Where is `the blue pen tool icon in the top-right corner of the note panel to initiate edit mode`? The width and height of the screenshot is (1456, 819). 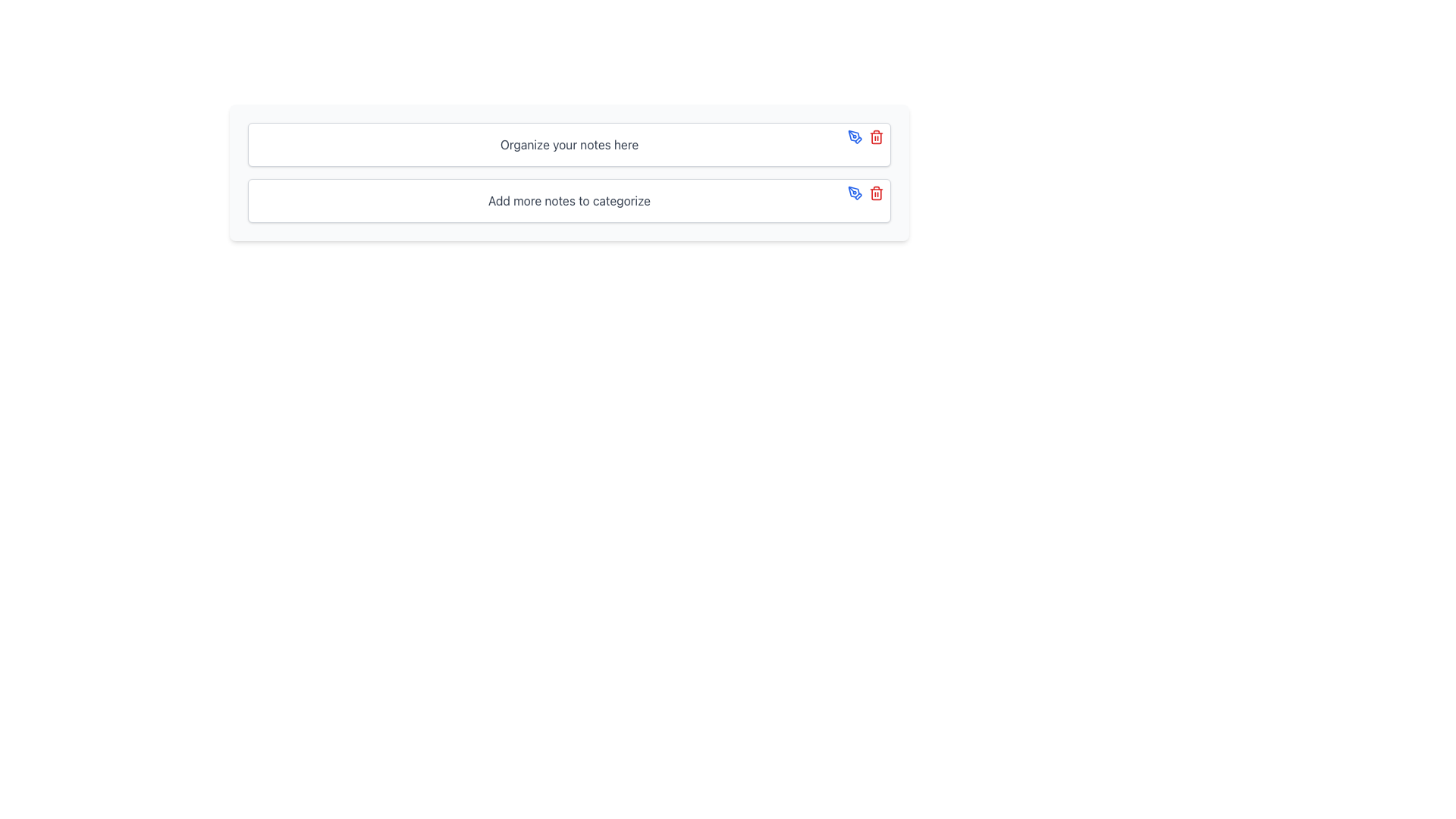
the blue pen tool icon in the top-right corner of the note panel to initiate edit mode is located at coordinates (855, 137).